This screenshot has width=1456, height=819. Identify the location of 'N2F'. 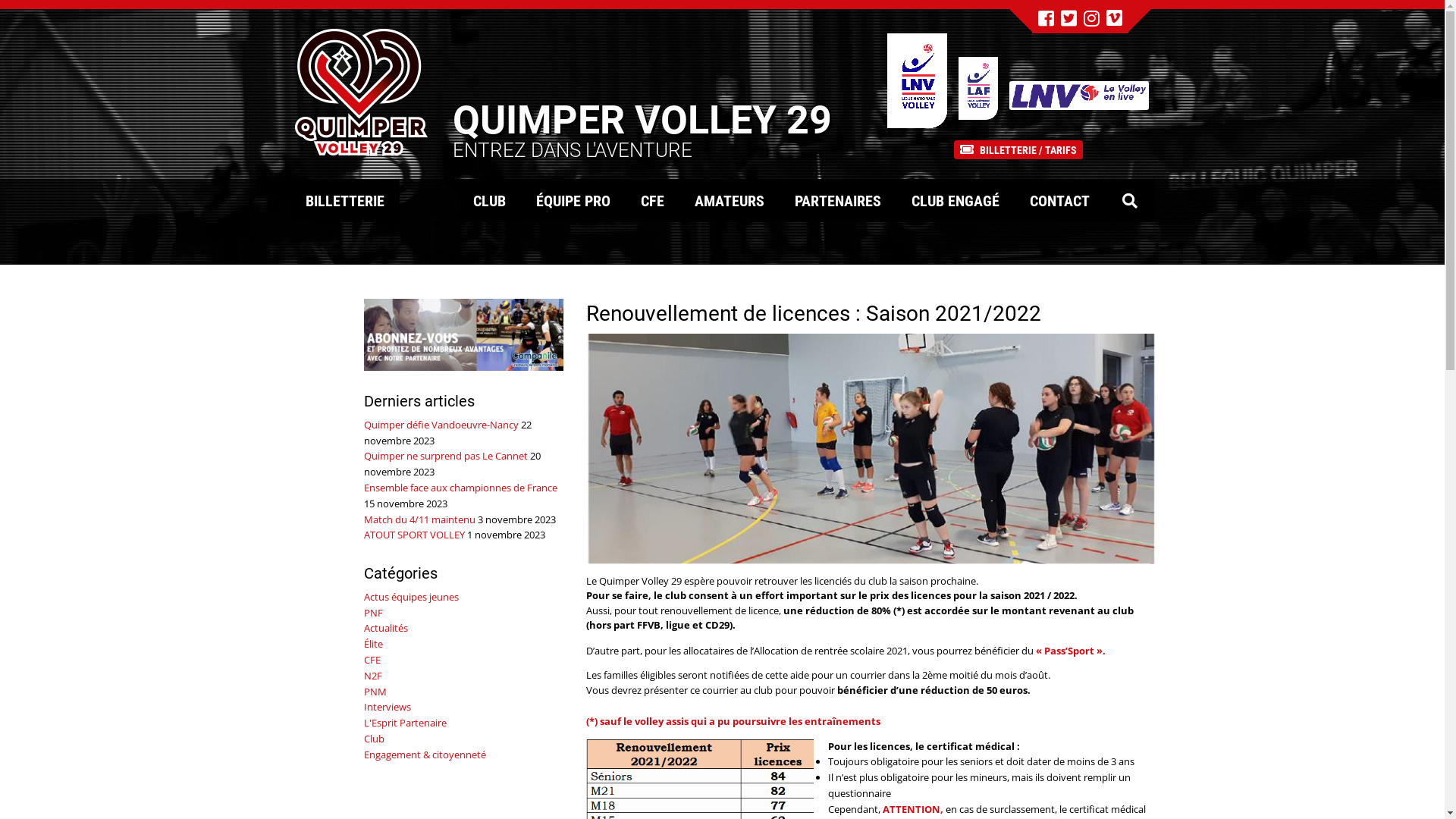
(372, 675).